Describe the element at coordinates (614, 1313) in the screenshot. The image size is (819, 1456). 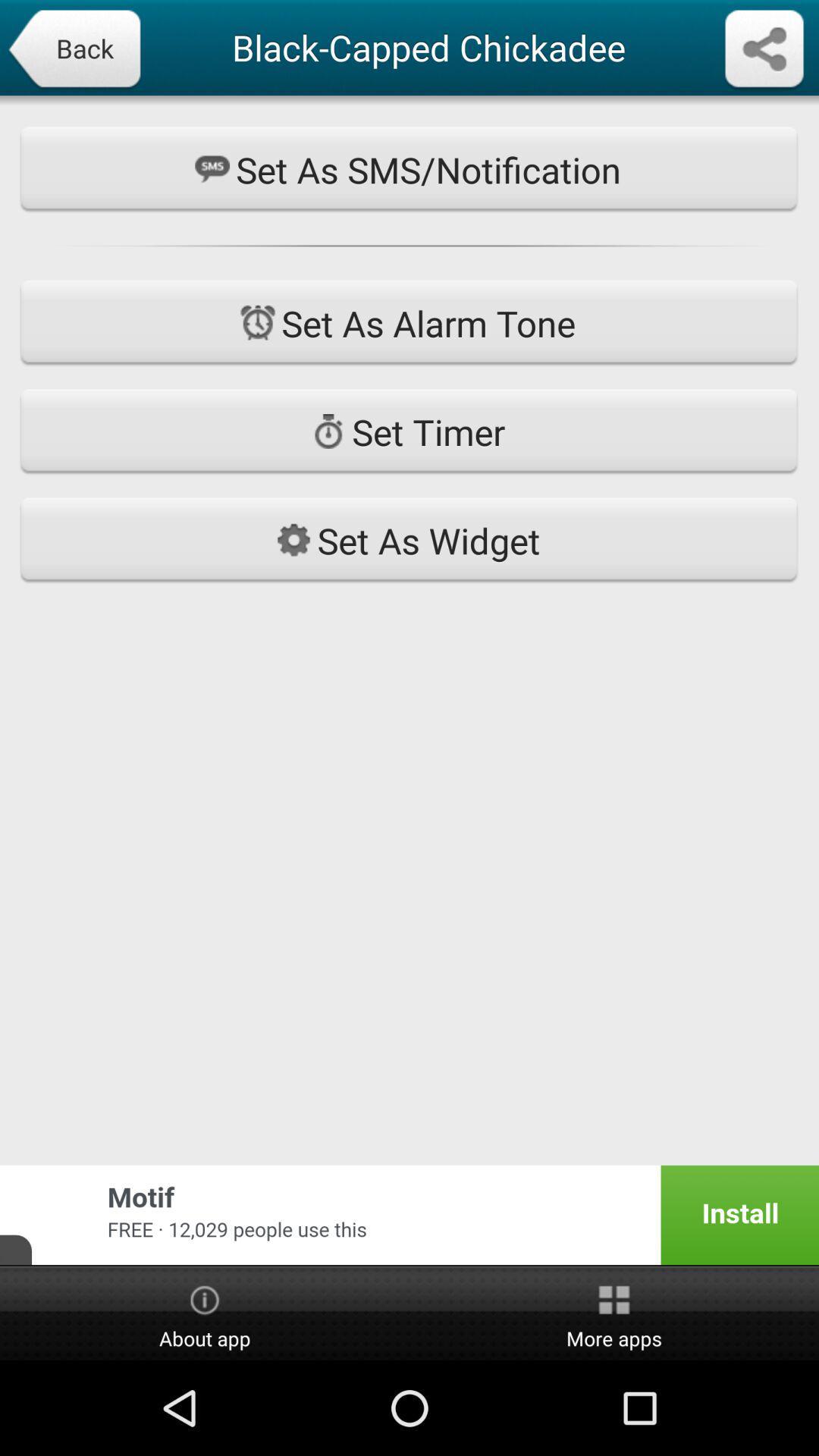
I see `the more apps item` at that location.